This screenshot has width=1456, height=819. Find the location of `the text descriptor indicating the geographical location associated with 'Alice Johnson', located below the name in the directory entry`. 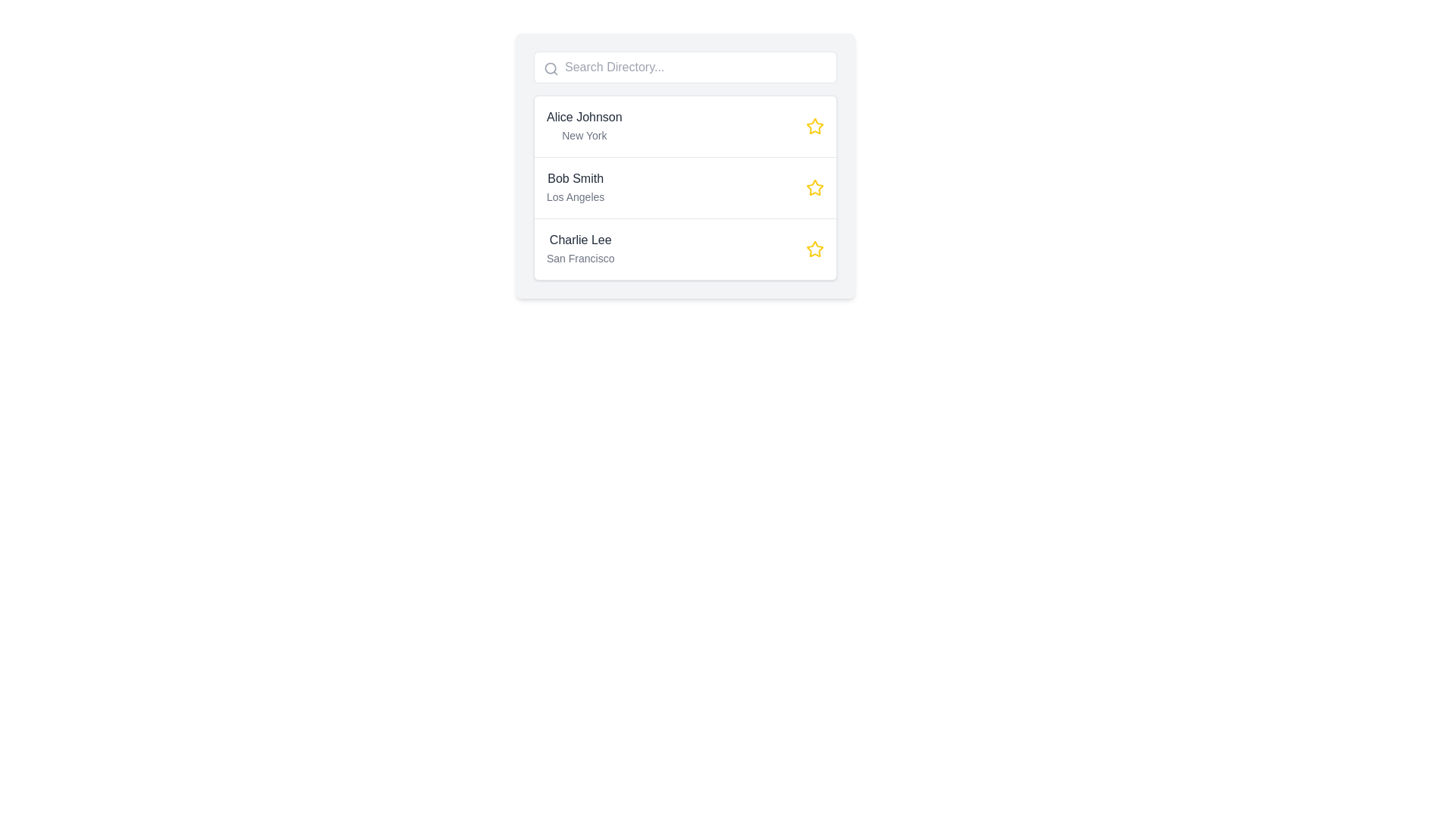

the text descriptor indicating the geographical location associated with 'Alice Johnson', located below the name in the directory entry is located at coordinates (583, 134).